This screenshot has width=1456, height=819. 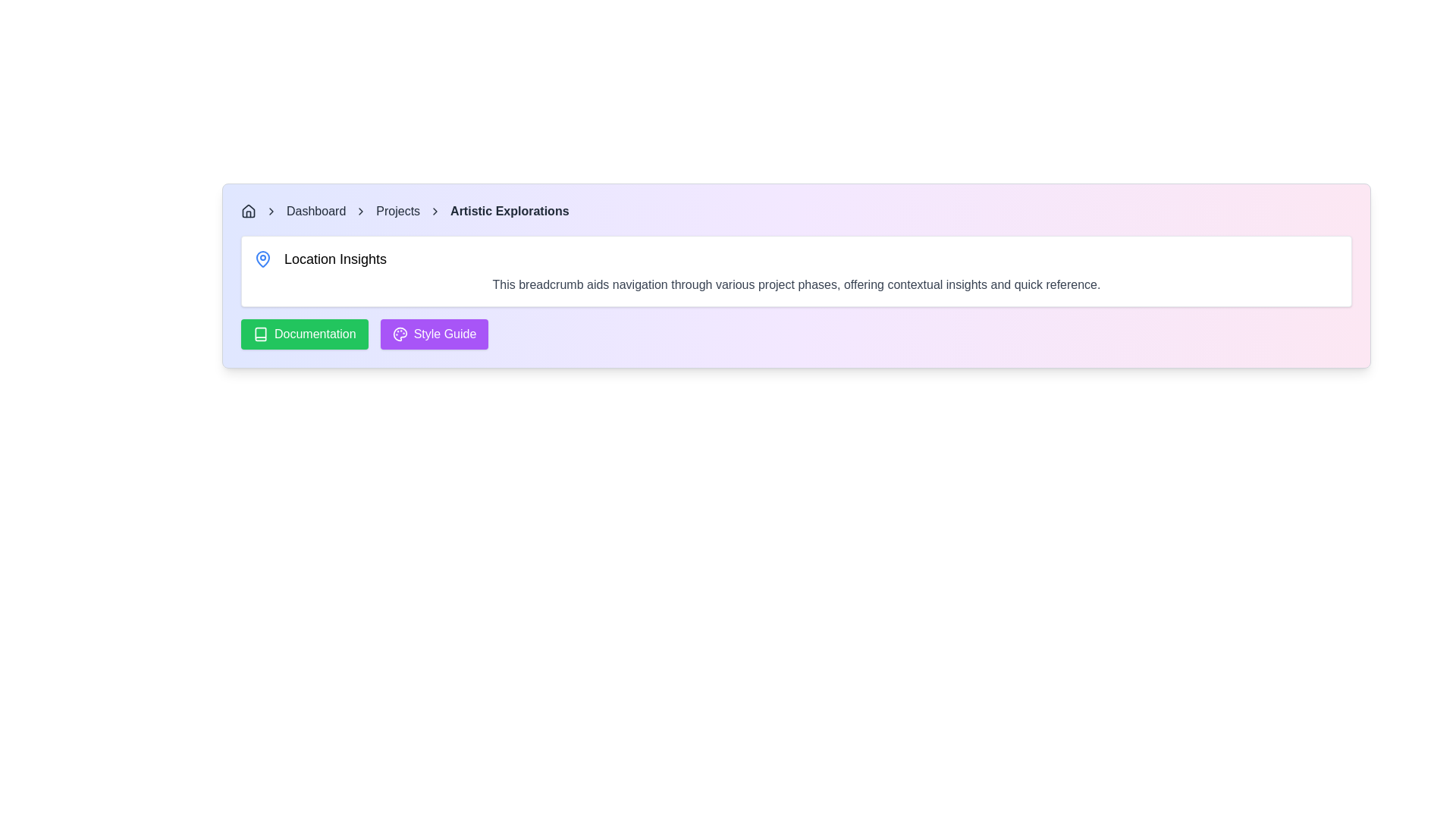 I want to click on the chevron icon in the breadcrumb navigation bar, which visually separates the 'Dashboard' and 'Projects' links, so click(x=360, y=211).